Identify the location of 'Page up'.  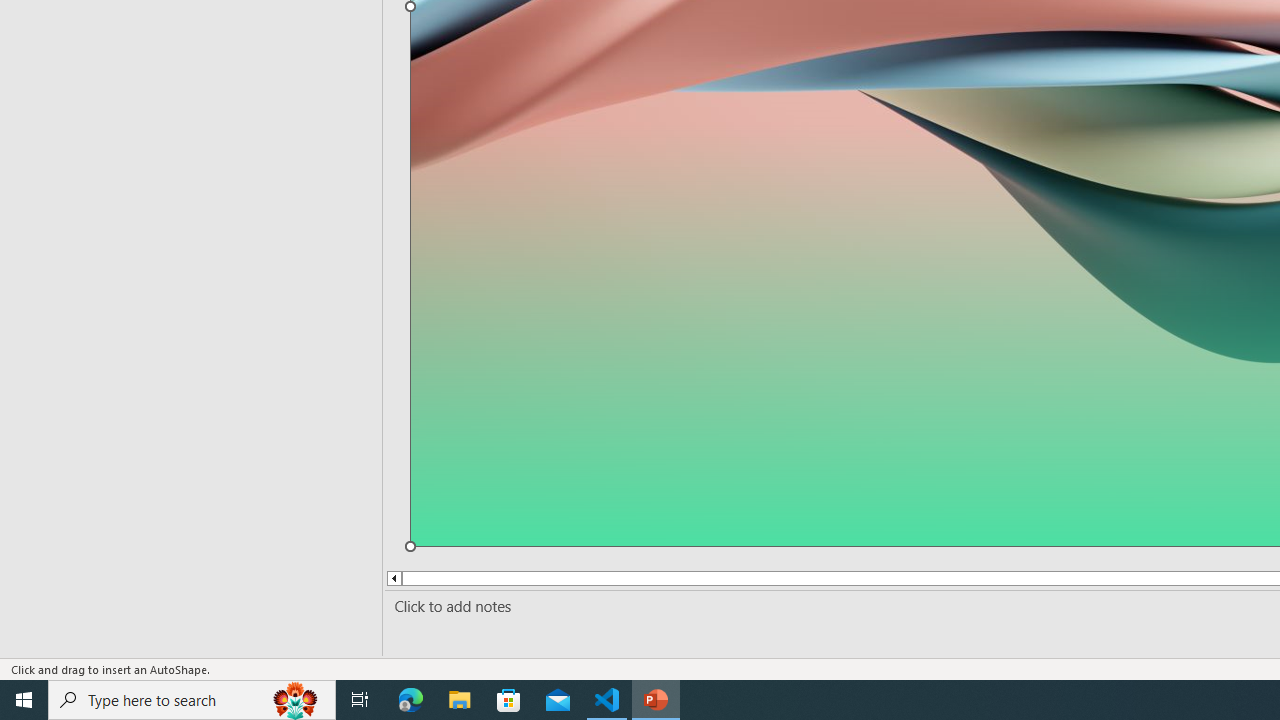
(425, 578).